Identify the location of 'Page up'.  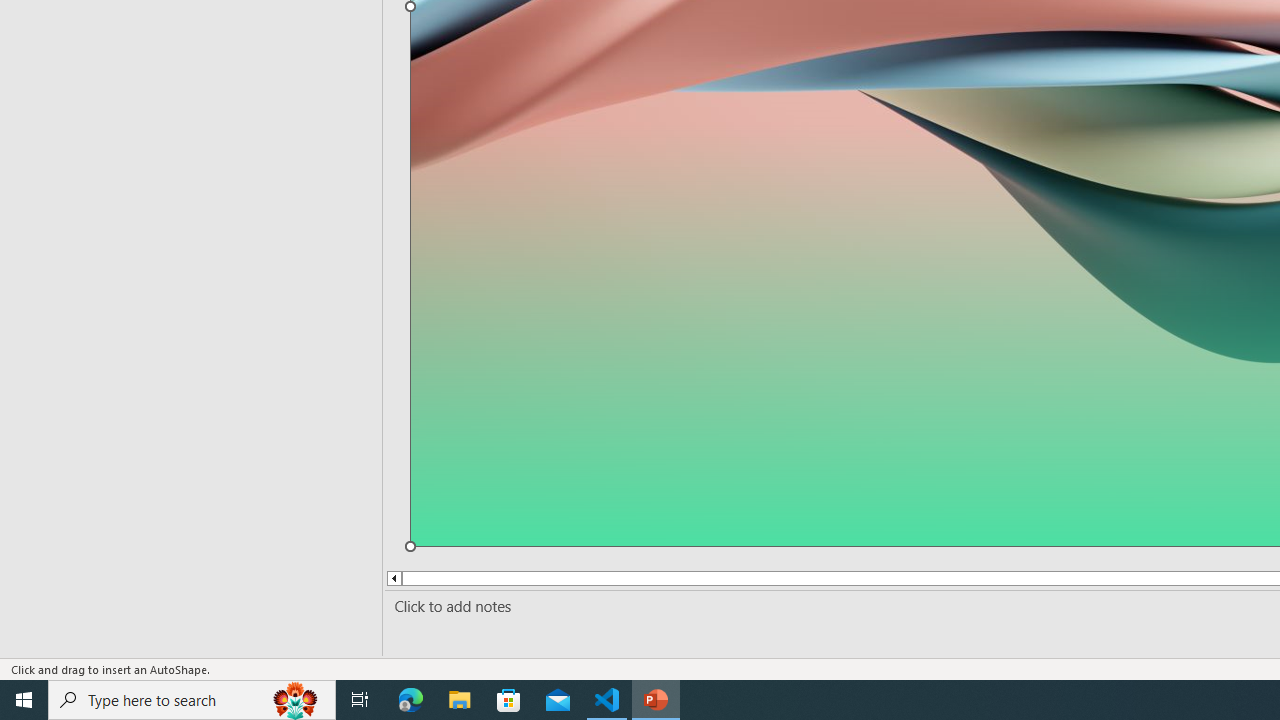
(425, 578).